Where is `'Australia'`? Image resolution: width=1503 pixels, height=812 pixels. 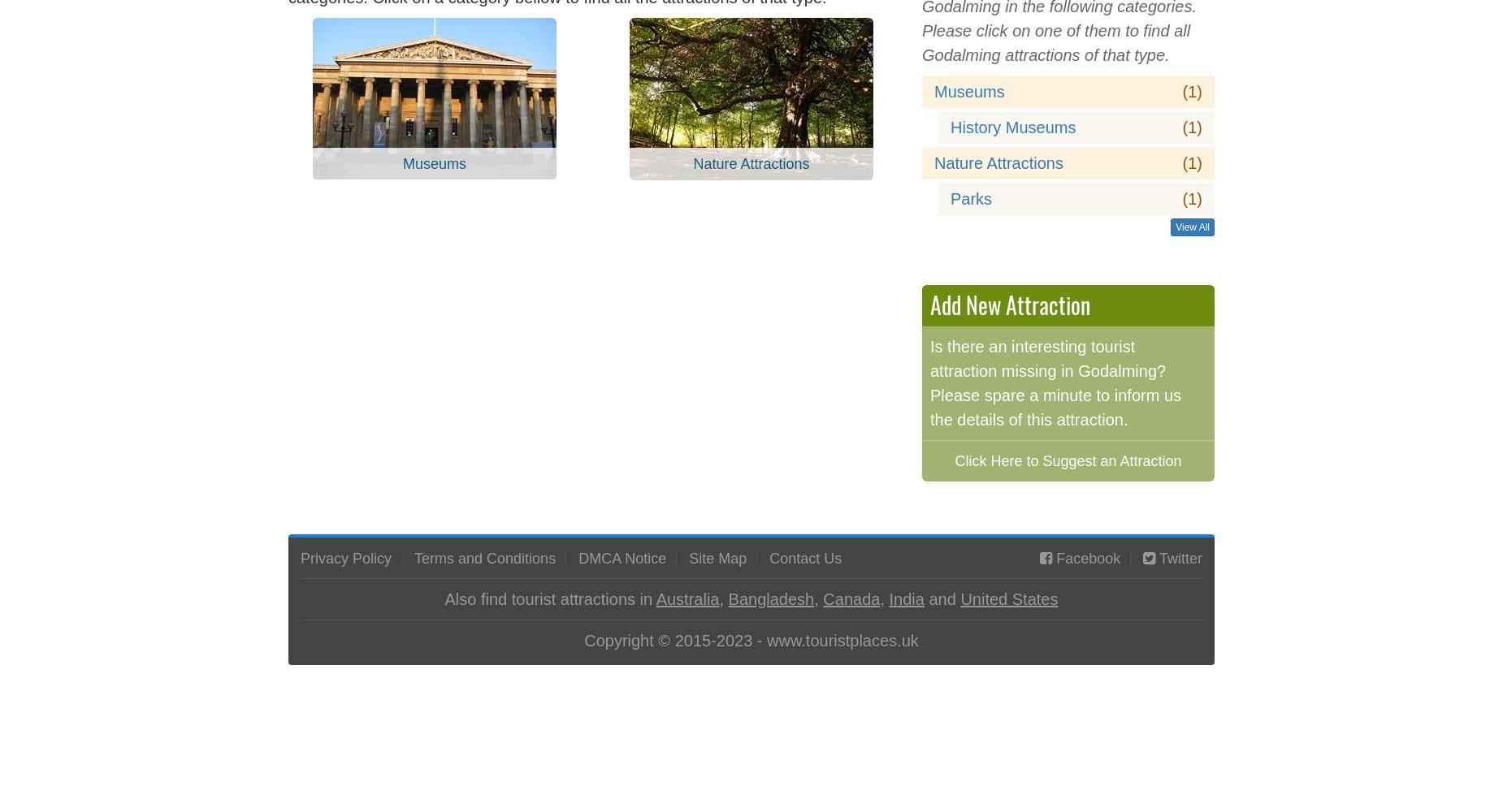 'Australia' is located at coordinates (687, 598).